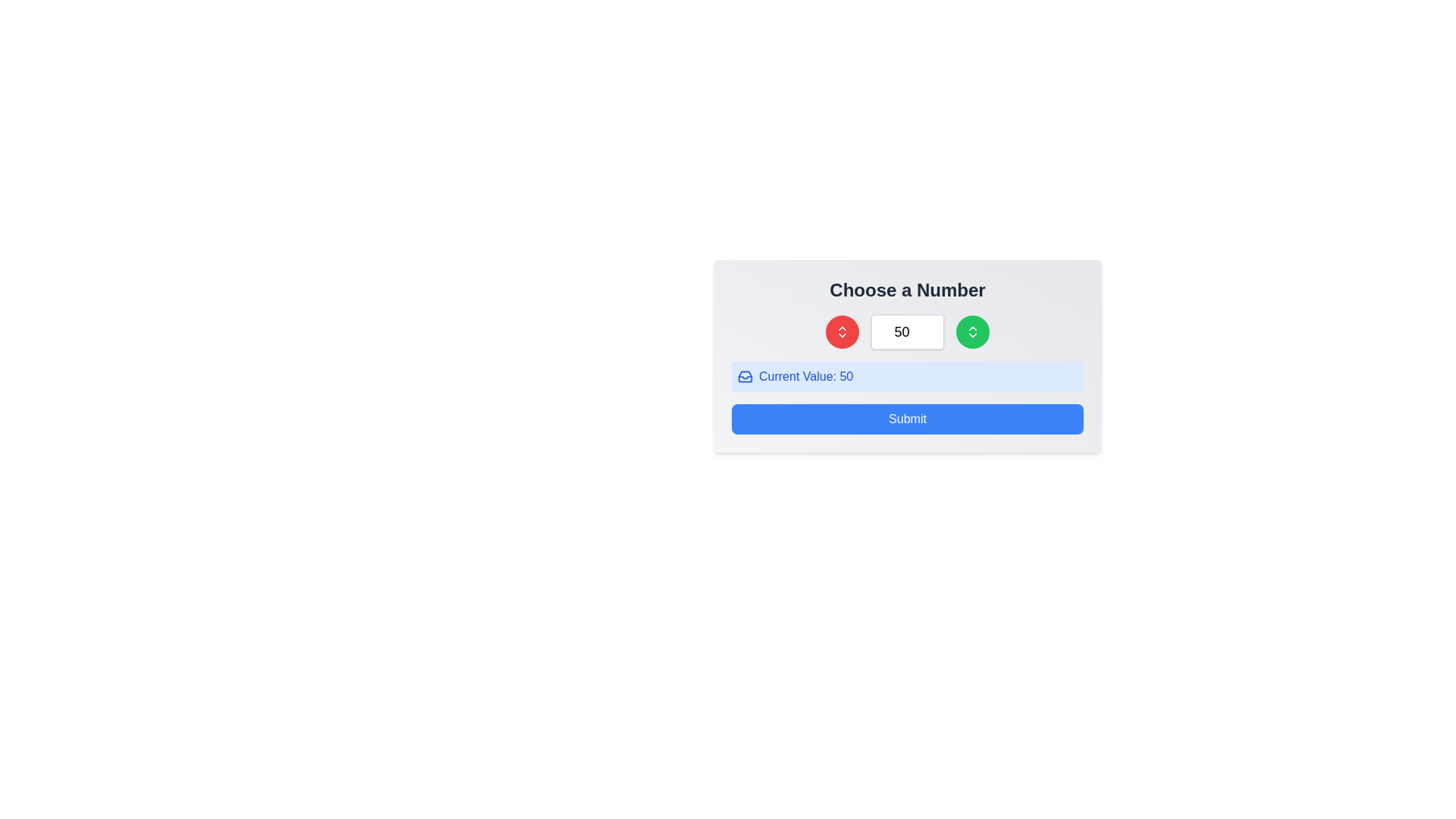  What do you see at coordinates (805, 376) in the screenshot?
I see `the text label displaying 'Current Value: 50', which is situated below the number adjustment controls labeled 'Choose a Number' and to the right of an inbox icon` at bounding box center [805, 376].